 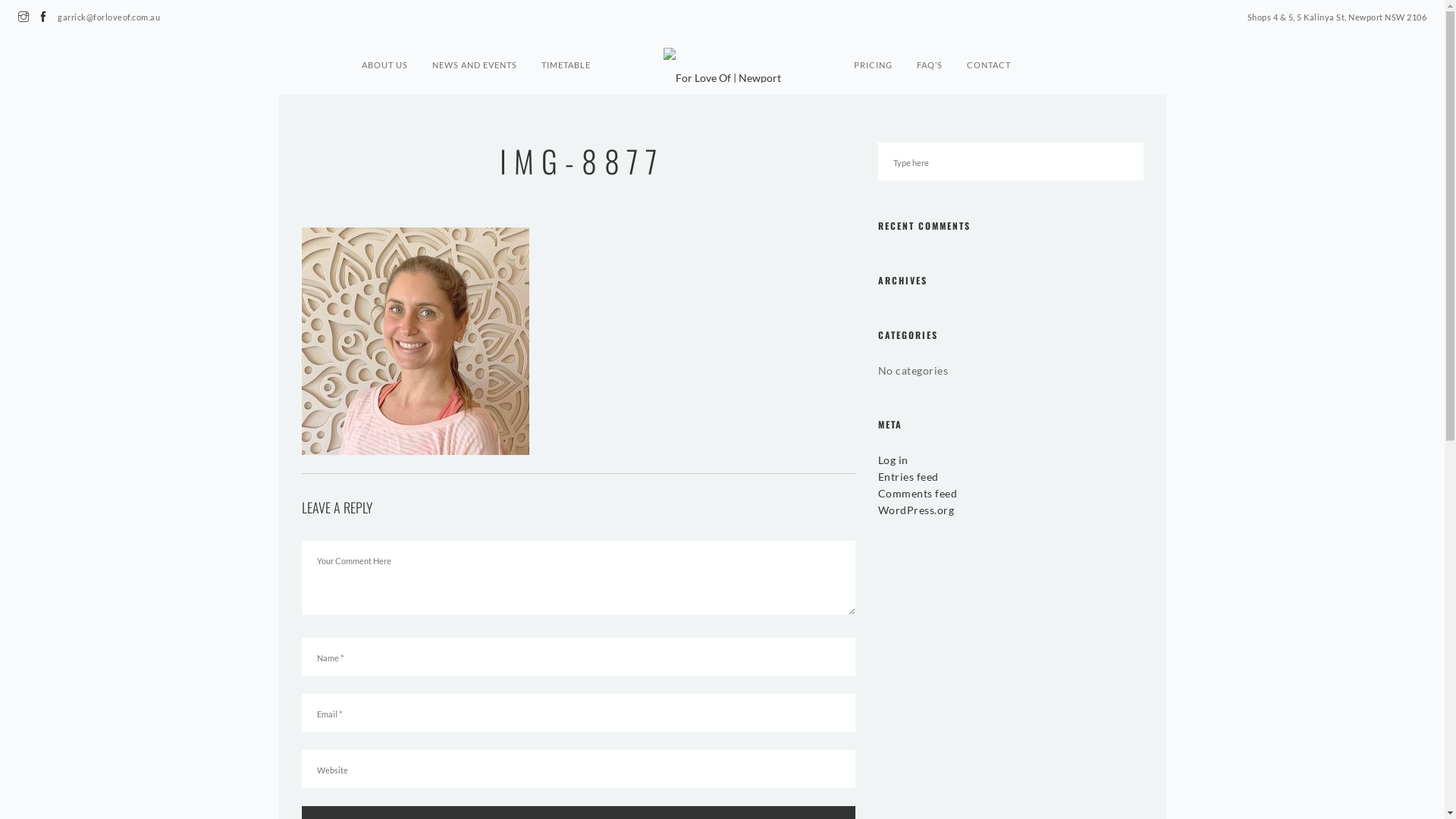 I want to click on 'Entries feed', so click(x=877, y=475).